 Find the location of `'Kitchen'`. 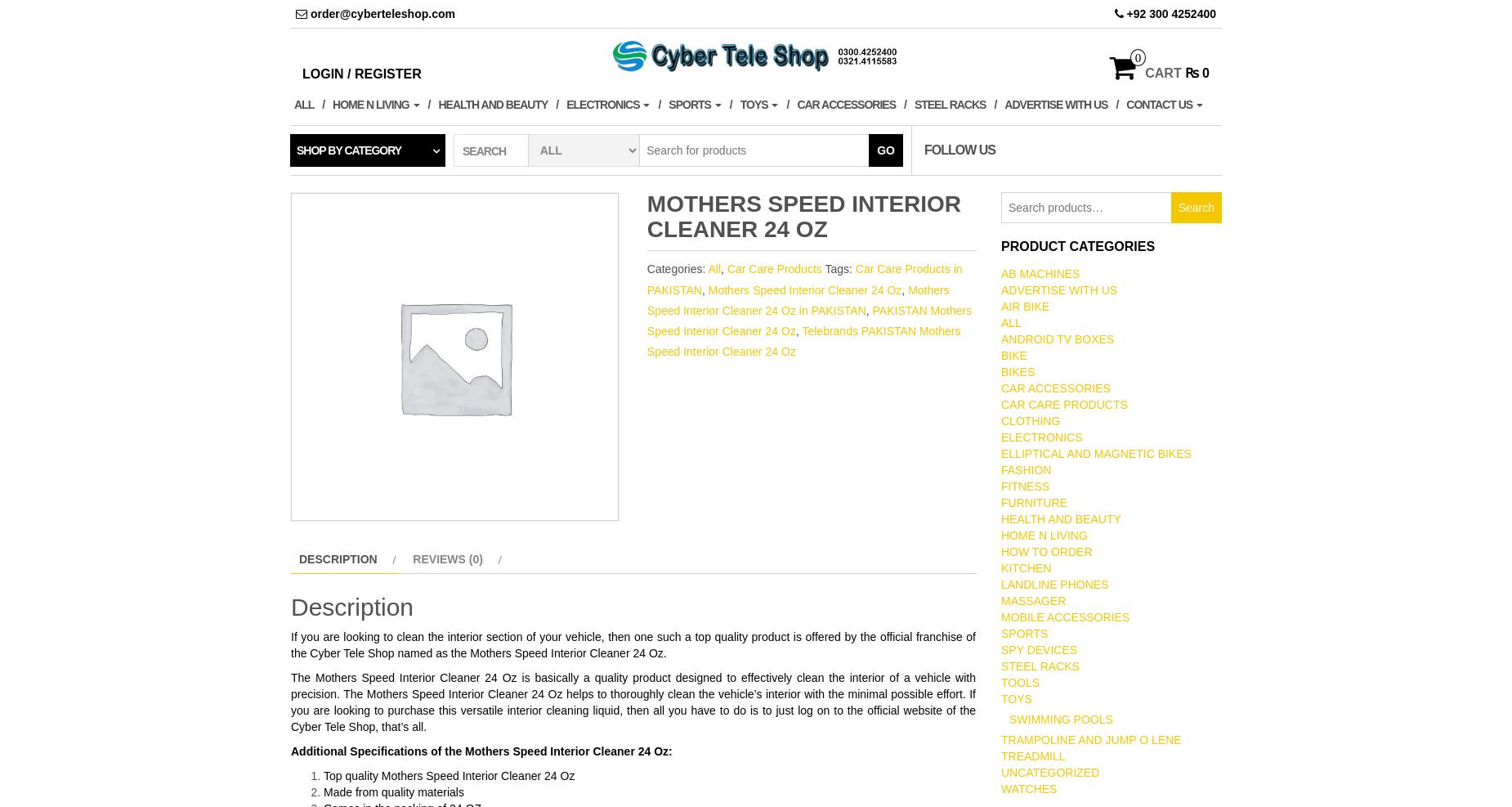

'Kitchen' is located at coordinates (1025, 568).